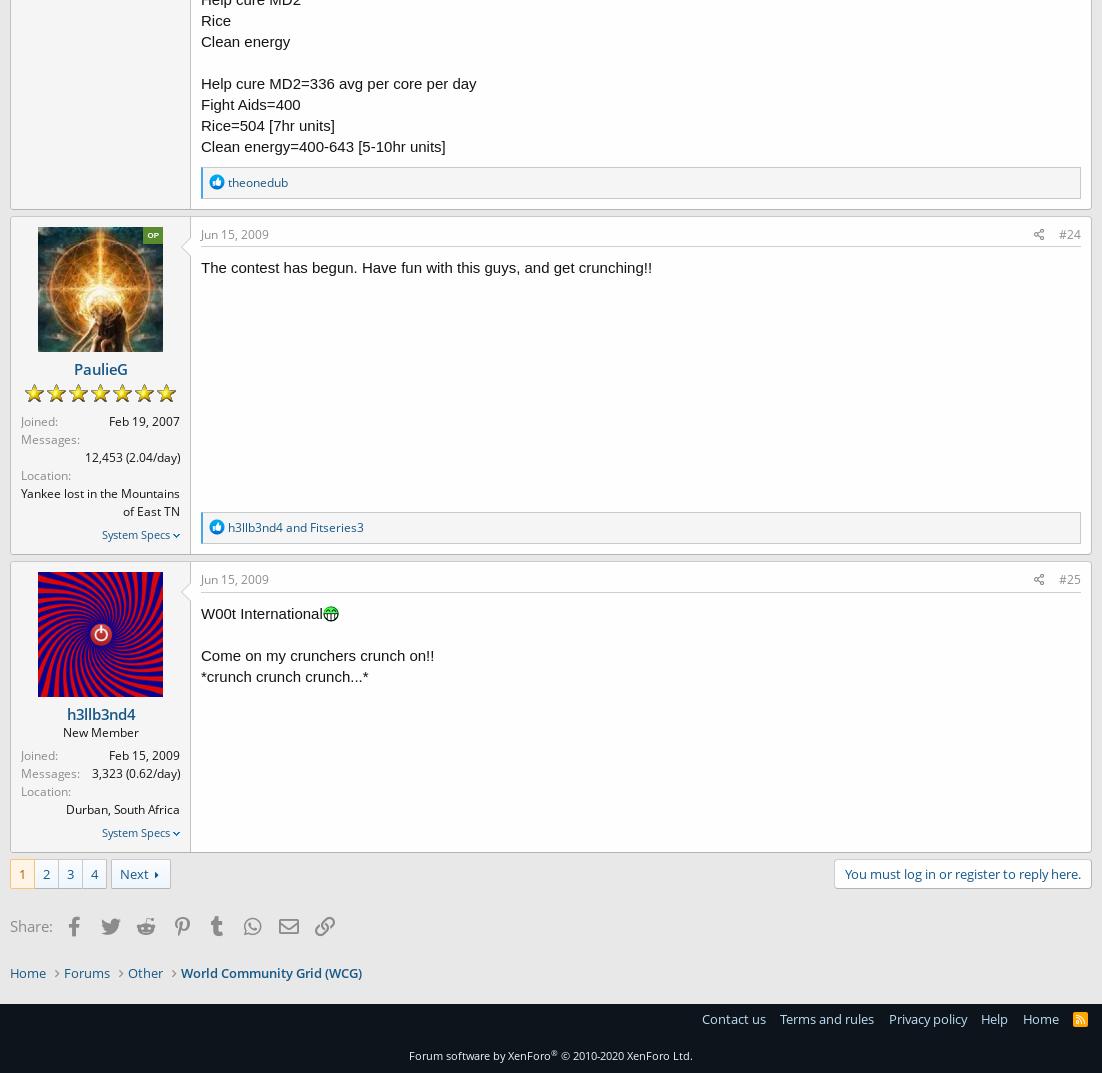  Describe the element at coordinates (30, 925) in the screenshot. I see `'Share:'` at that location.